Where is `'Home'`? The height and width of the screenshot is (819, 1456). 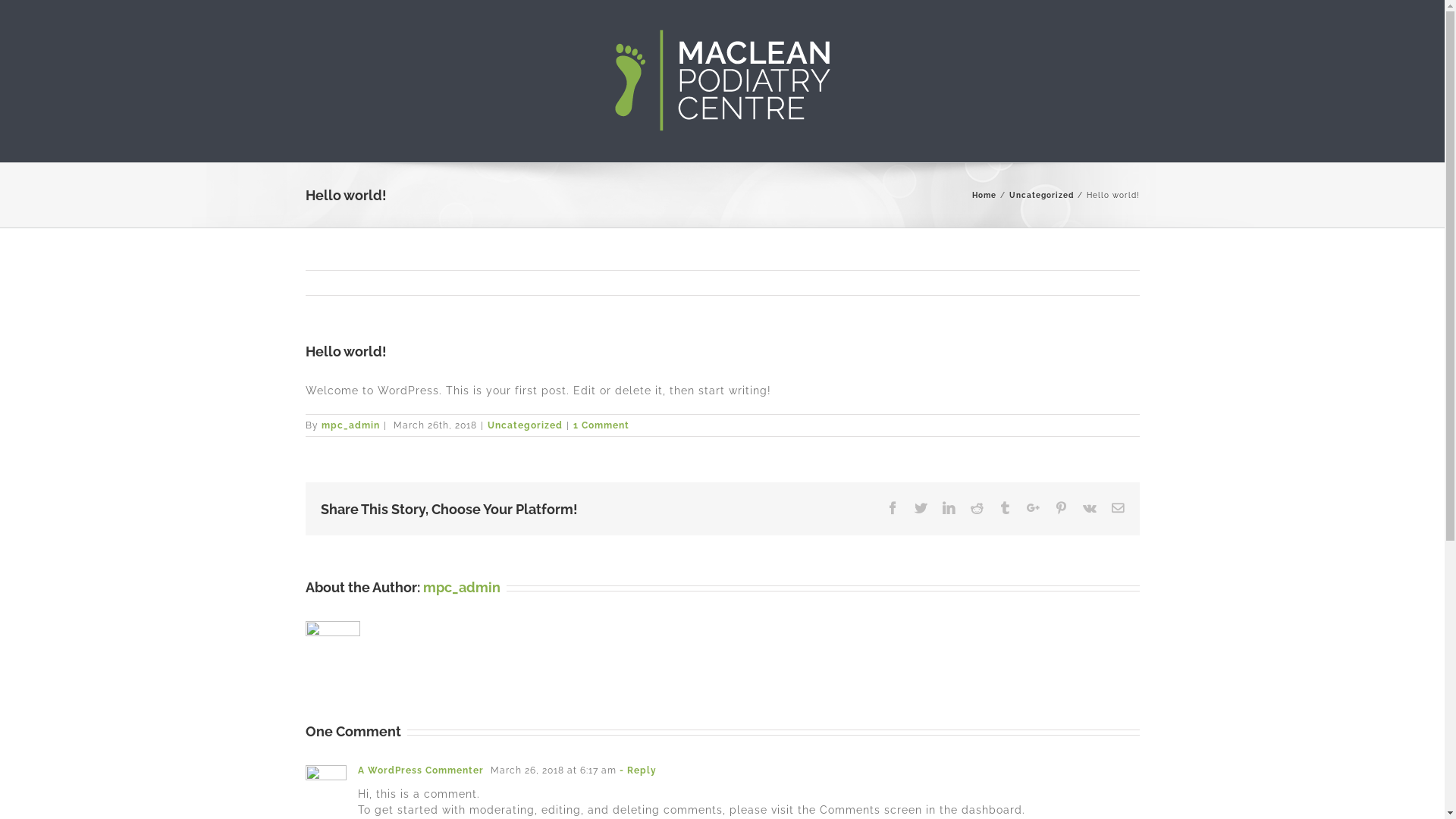 'Home' is located at coordinates (971, 194).